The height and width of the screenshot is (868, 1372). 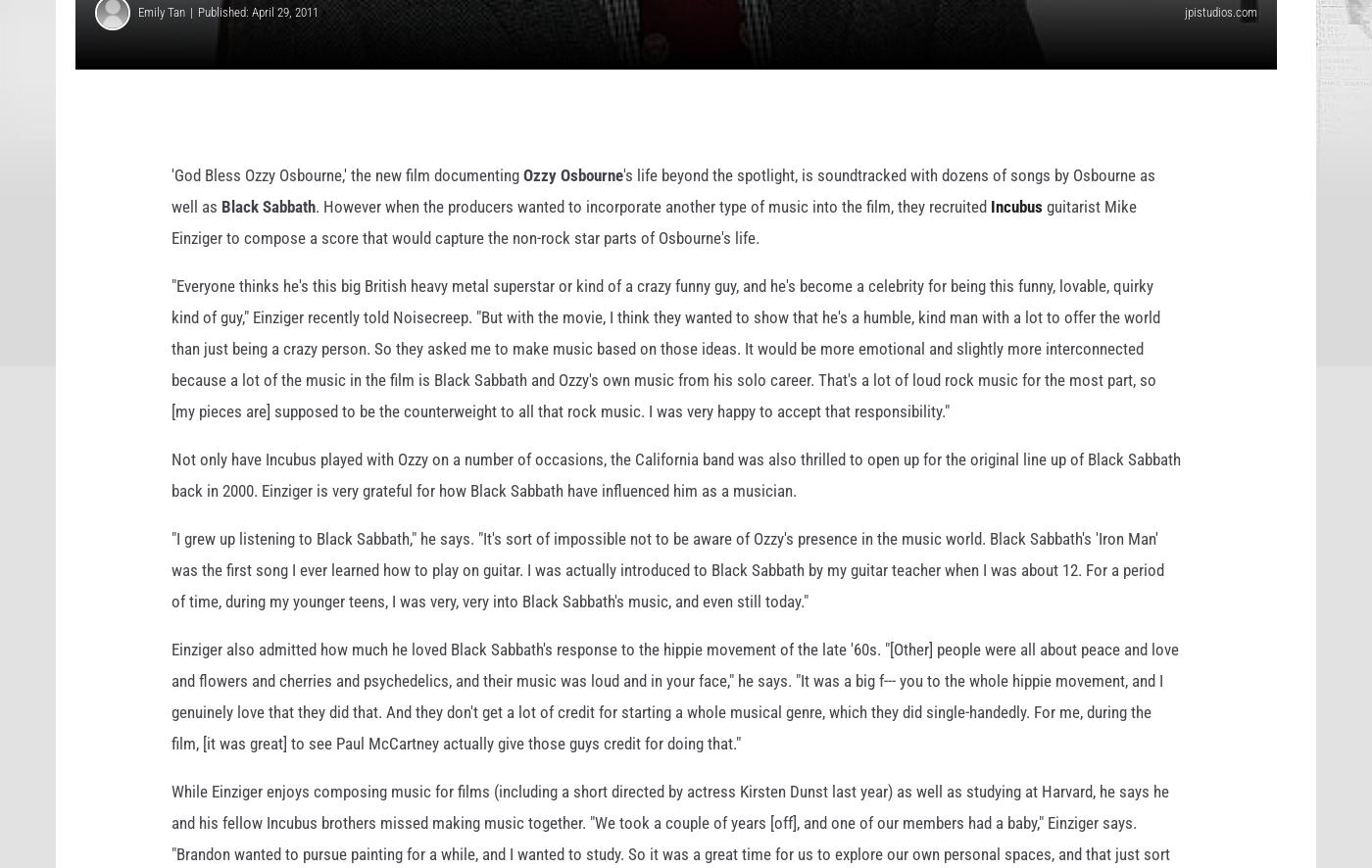 What do you see at coordinates (674, 727) in the screenshot?
I see `'Einziger also admitted how much he loved Black Sabbath's response to the hippie movement of the late '60s. "[Other] people were all about peace and love and flowers and cherries and psychedelics, and their music was loud and in your face," he says. "It was a big f--- you to the whole hippie movement, and I genuinely love that they did that. And they don't get a lot of credit for starting a whole musical genre, which they did single-handedly. For me, during the film, [it was great] to see Paul McCartney actually give those guys credit for doing that."'` at bounding box center [674, 727].